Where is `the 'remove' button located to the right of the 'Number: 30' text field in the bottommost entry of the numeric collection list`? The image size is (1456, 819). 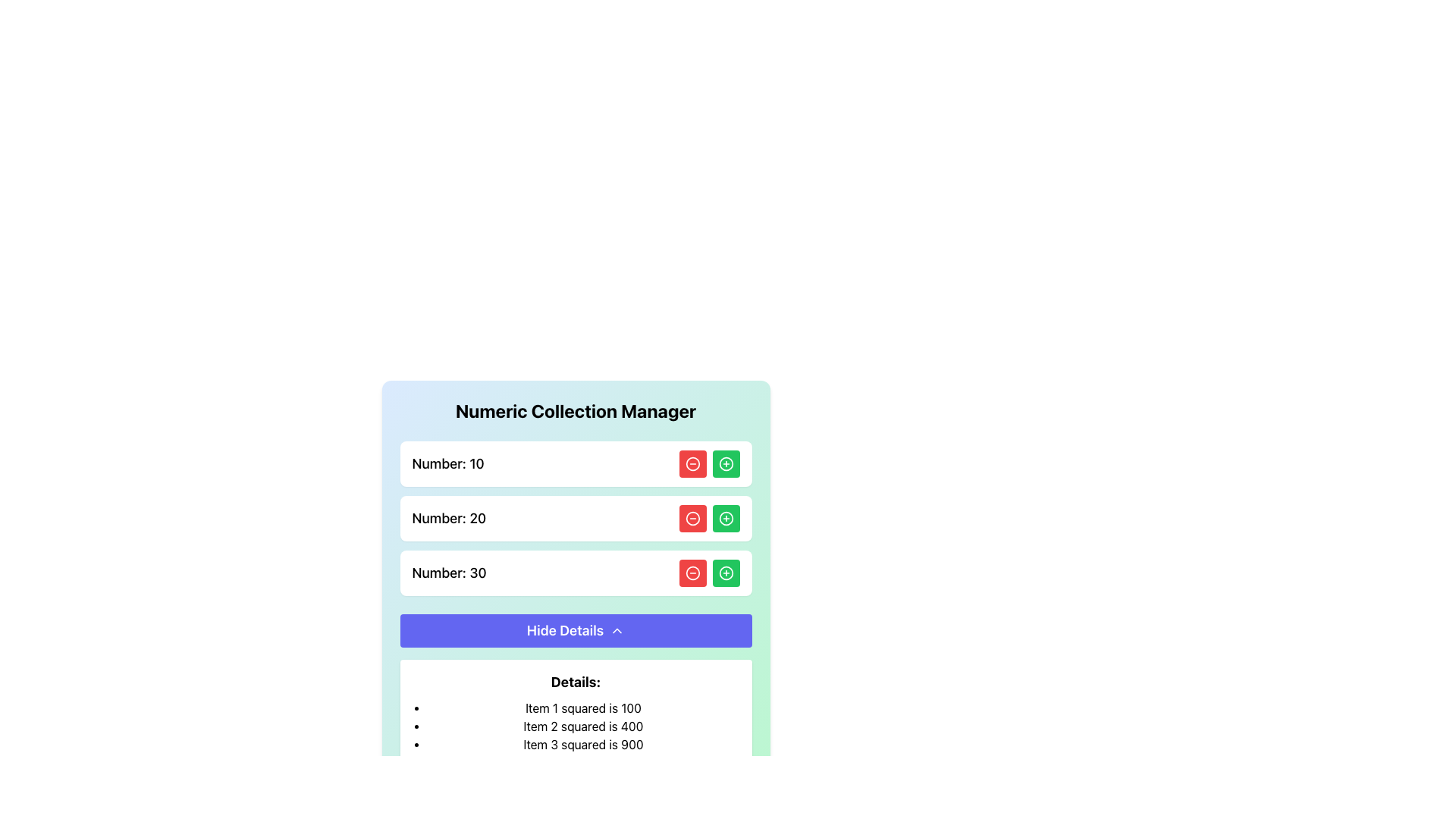
the 'remove' button located to the right of the 'Number: 30' text field in the bottommost entry of the numeric collection list is located at coordinates (692, 573).